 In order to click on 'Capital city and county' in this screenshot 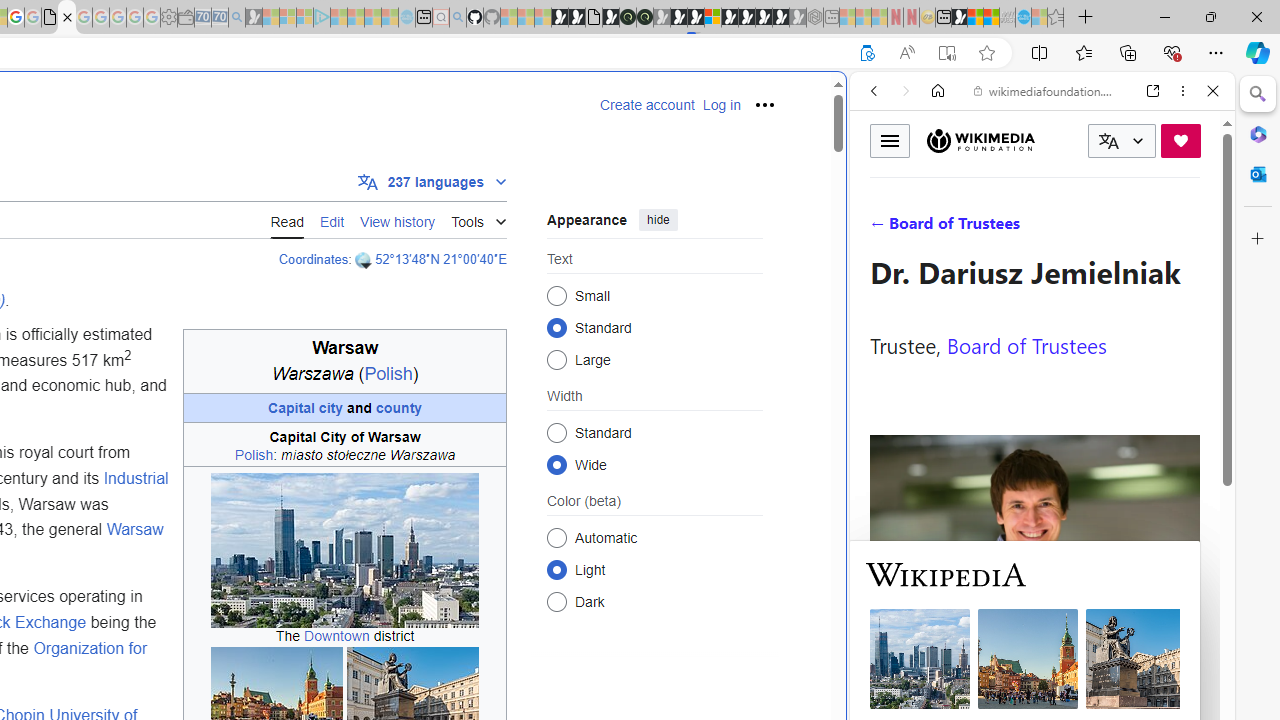, I will do `click(344, 407)`.